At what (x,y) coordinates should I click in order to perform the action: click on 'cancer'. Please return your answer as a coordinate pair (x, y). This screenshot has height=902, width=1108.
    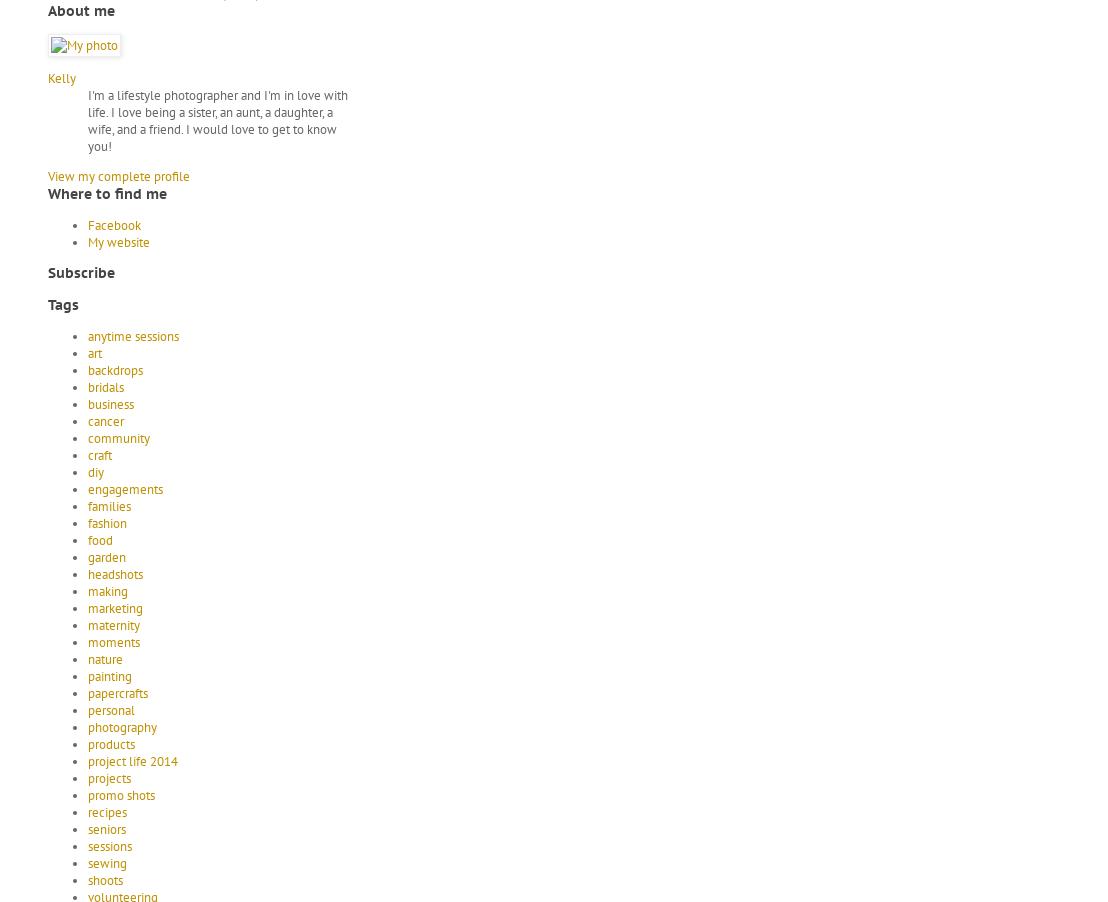
    Looking at the image, I should click on (106, 420).